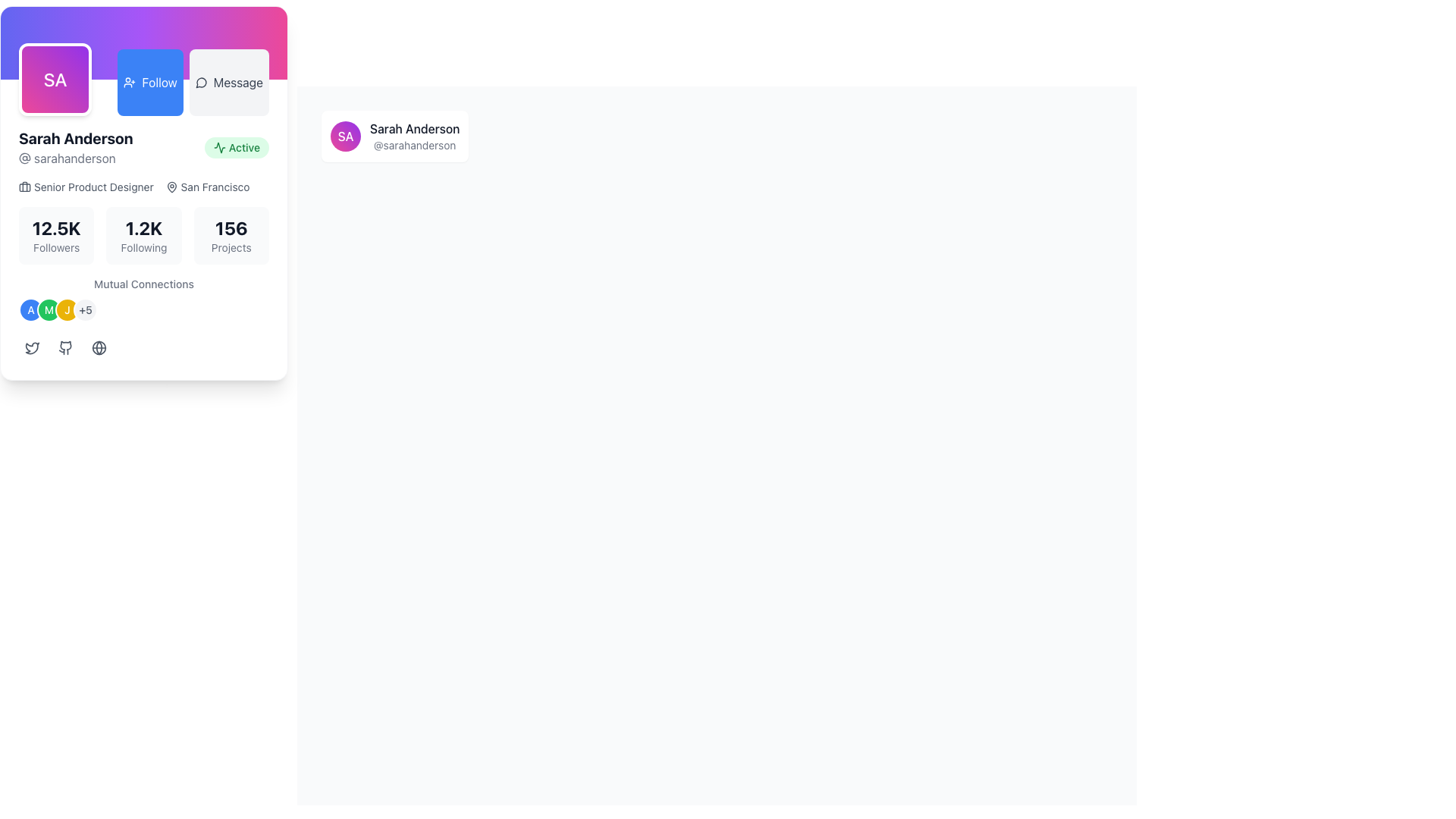 The width and height of the screenshot is (1456, 819). I want to click on the 'Active' status icon, which is part of a status badge with a green background located at the right end of the user profile section, so click(218, 148).